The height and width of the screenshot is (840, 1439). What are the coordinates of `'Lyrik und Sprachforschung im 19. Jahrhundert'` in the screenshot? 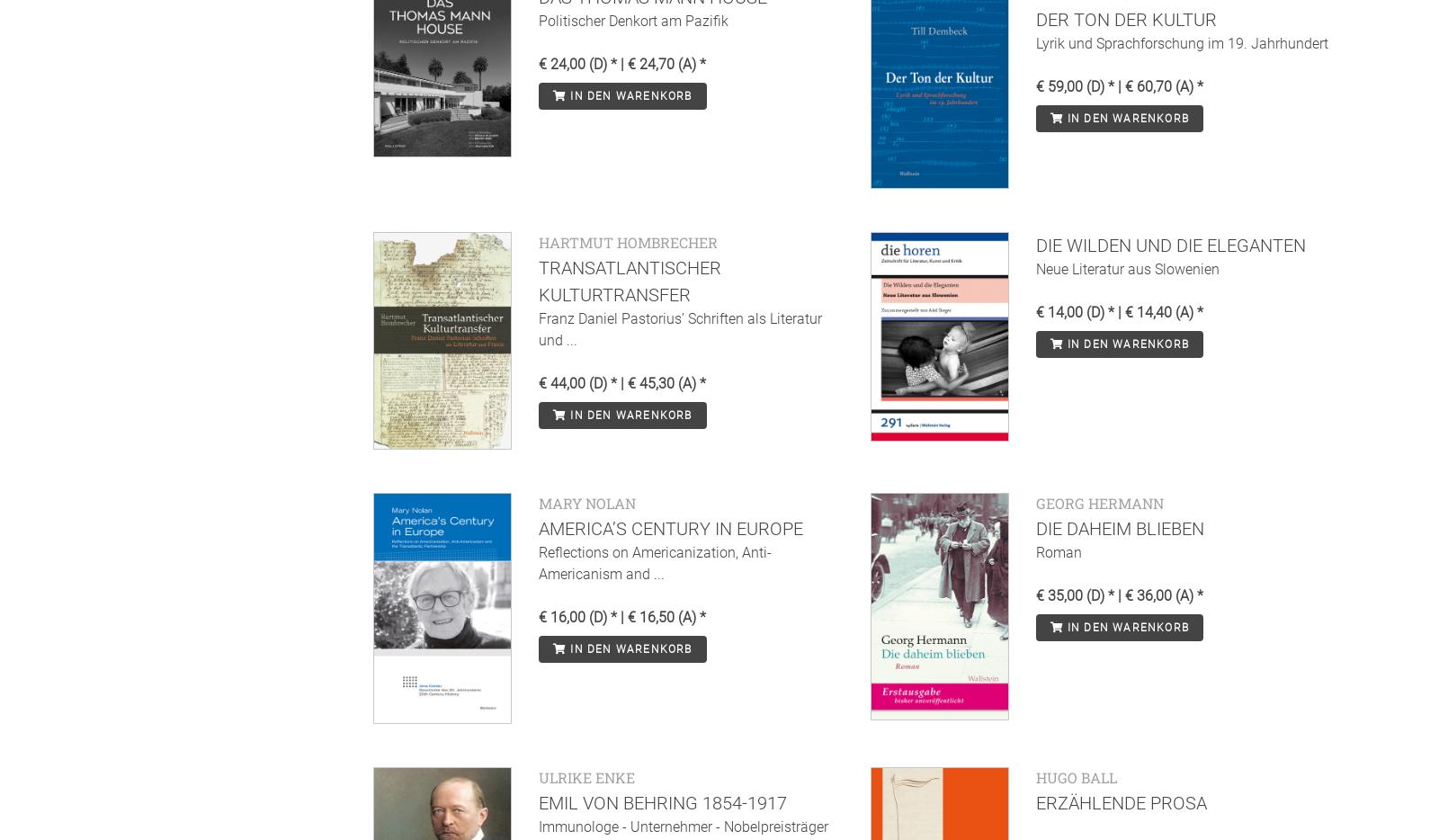 It's located at (1180, 41).